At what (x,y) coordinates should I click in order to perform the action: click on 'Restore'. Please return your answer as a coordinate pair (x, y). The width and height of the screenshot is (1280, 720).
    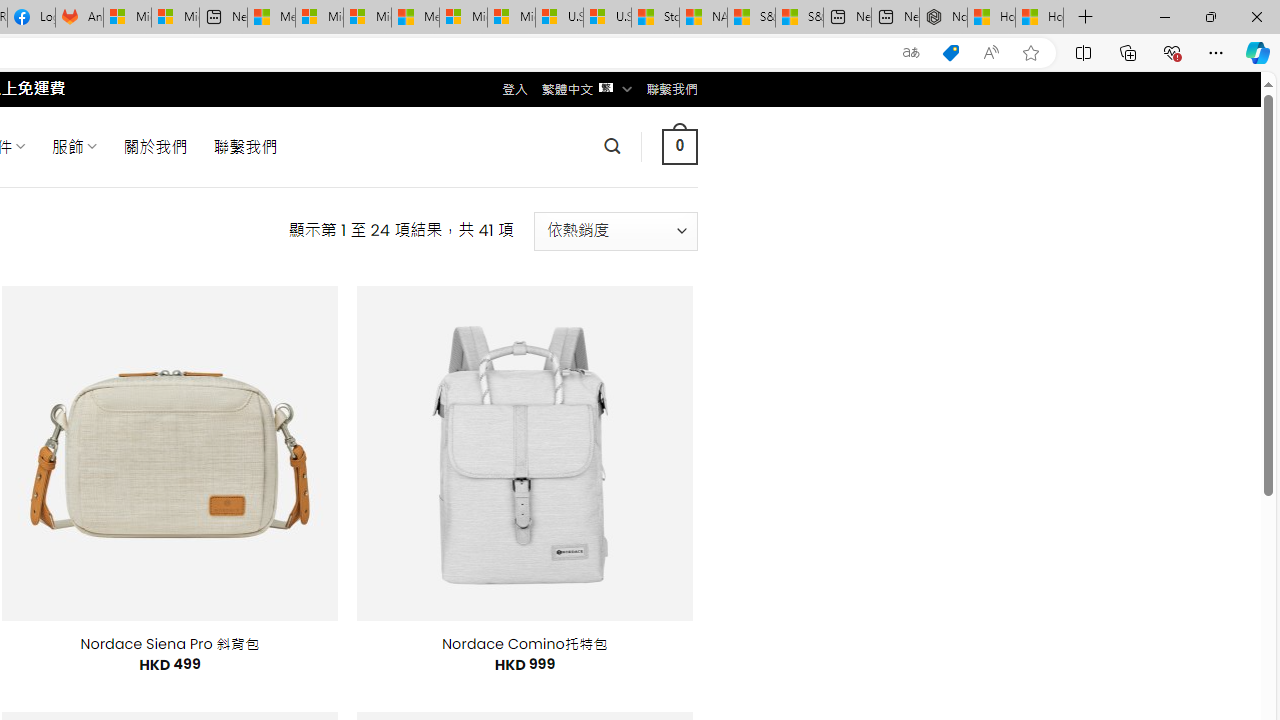
    Looking at the image, I should click on (1209, 16).